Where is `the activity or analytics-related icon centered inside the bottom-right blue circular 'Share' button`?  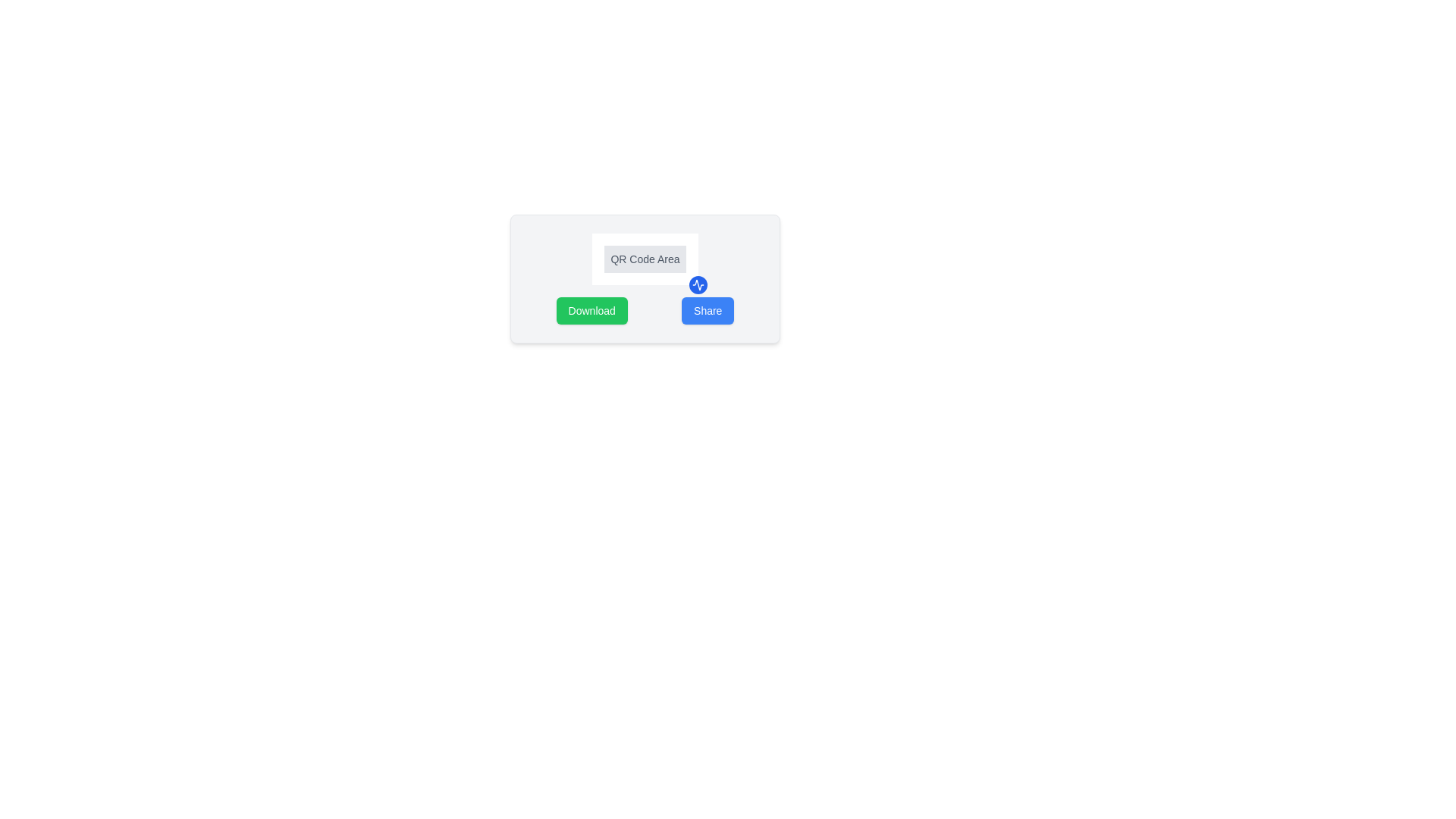
the activity or analytics-related icon centered inside the bottom-right blue circular 'Share' button is located at coordinates (697, 284).